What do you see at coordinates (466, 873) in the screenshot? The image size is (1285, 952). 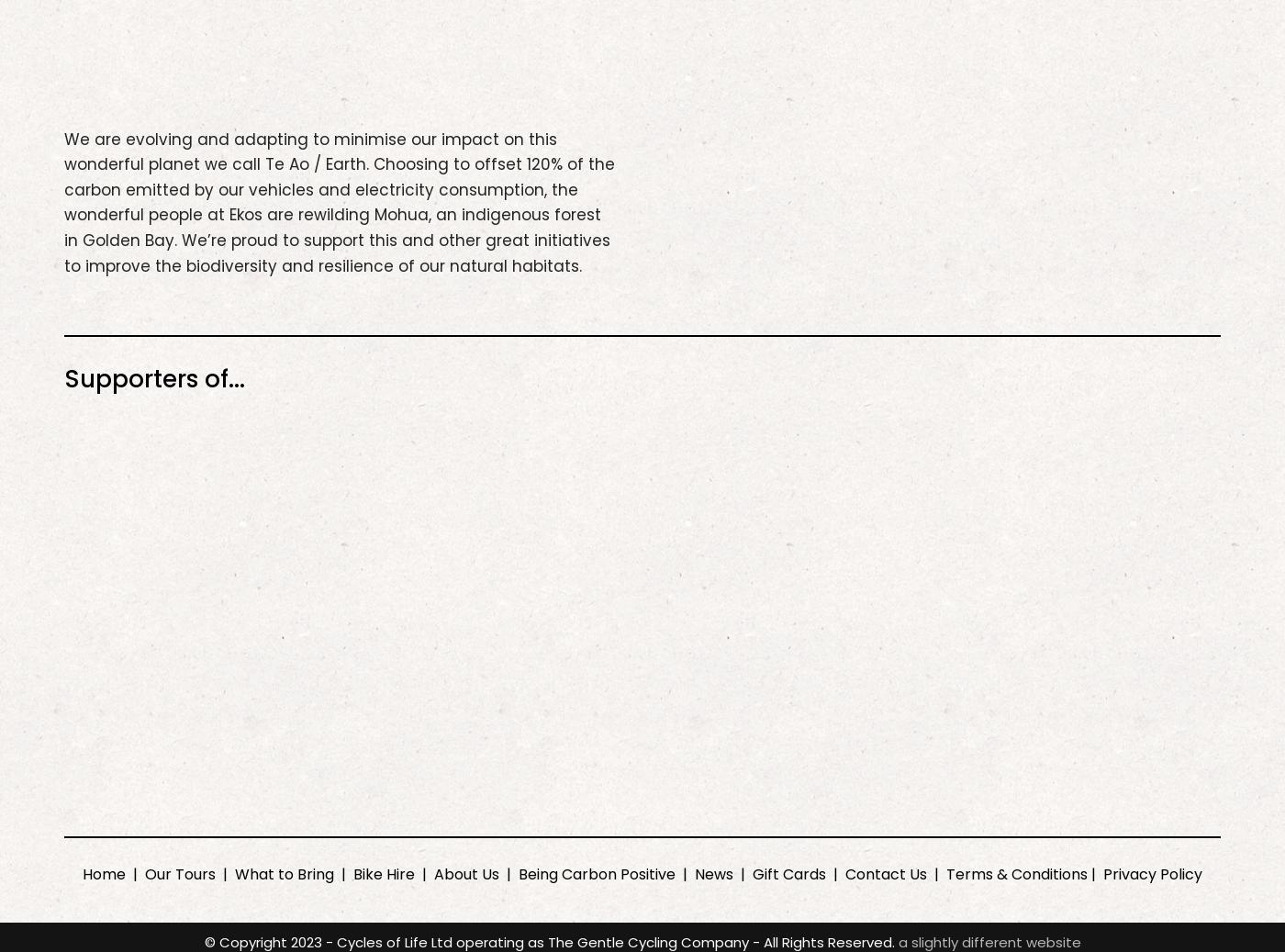 I see `'About Us'` at bounding box center [466, 873].